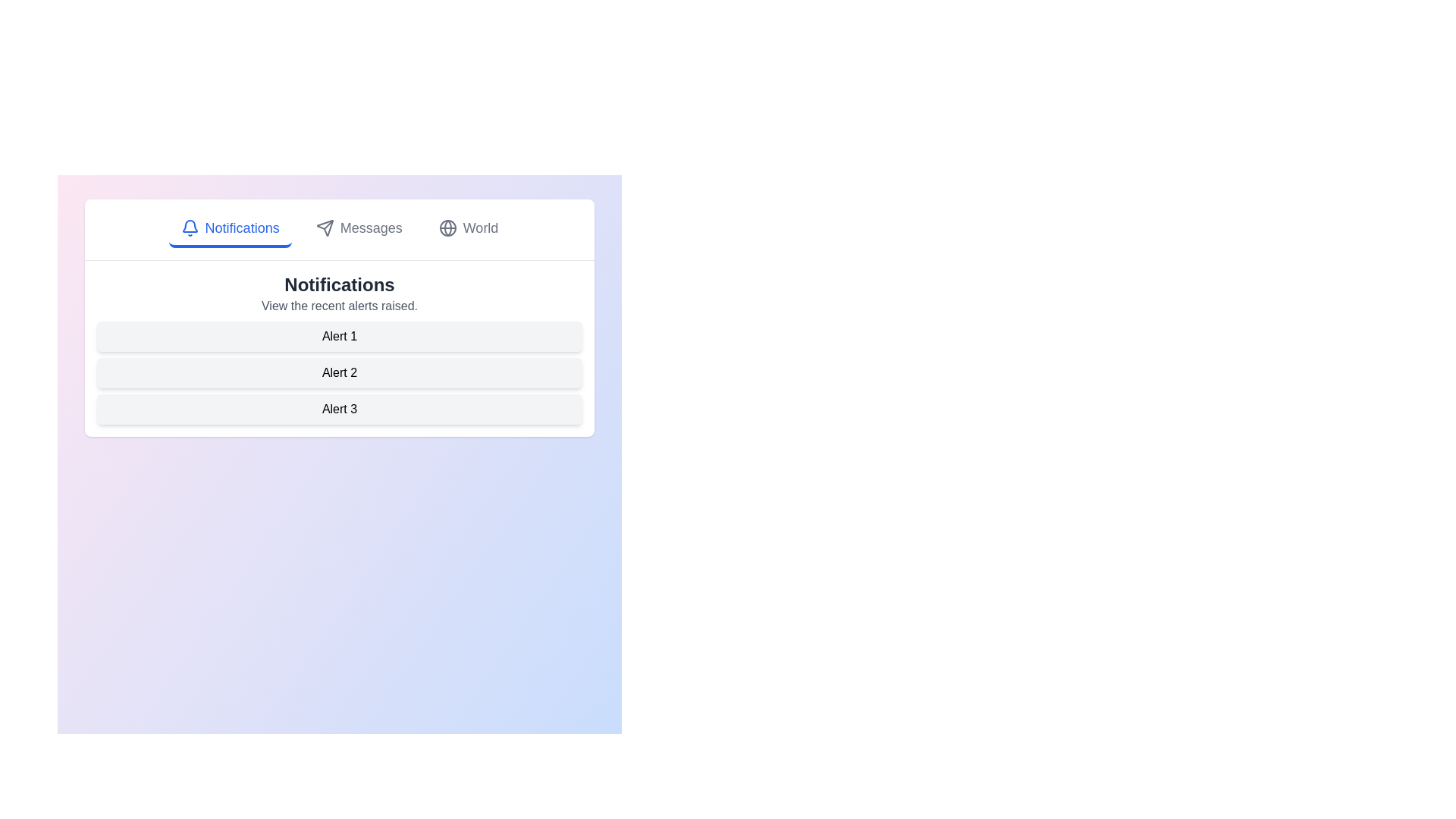 The height and width of the screenshot is (819, 1456). What do you see at coordinates (447, 227) in the screenshot?
I see `the icon associated with the tab World` at bounding box center [447, 227].